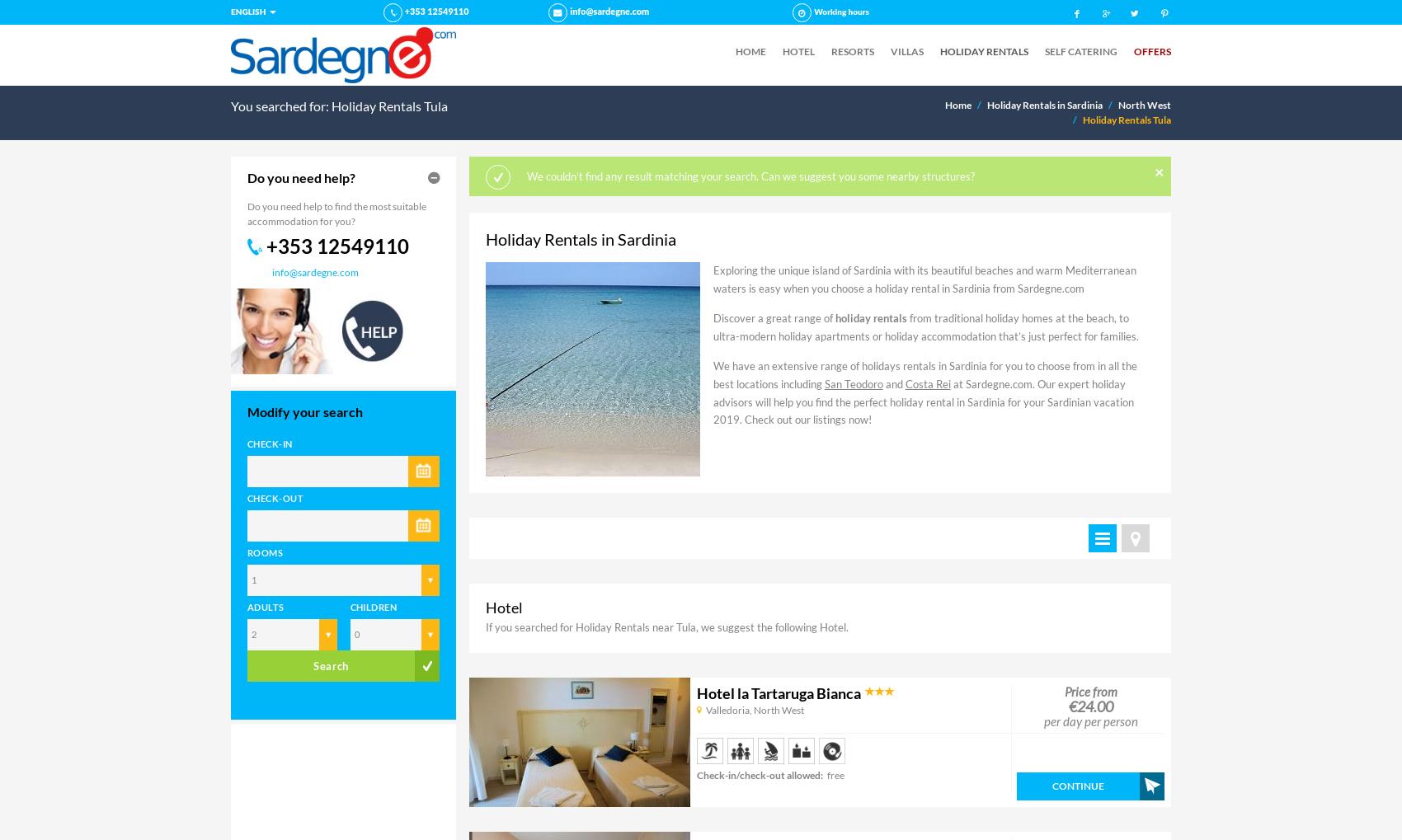  Describe the element at coordinates (338, 104) in the screenshot. I see `'You searched for: Holiday Rentals Tula'` at that location.